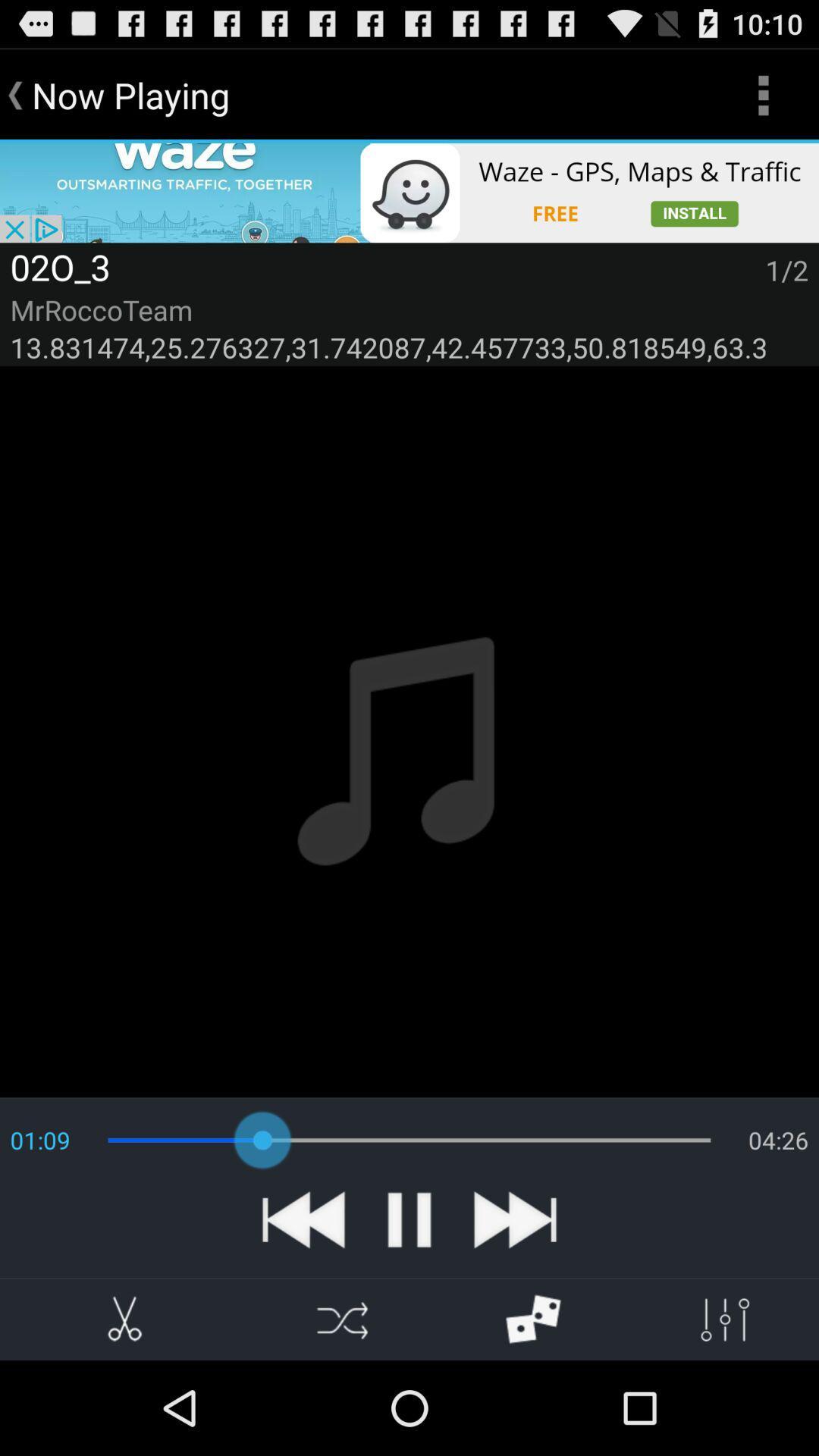 The image size is (819, 1456). What do you see at coordinates (409, 1304) in the screenshot?
I see `the pause icon` at bounding box center [409, 1304].